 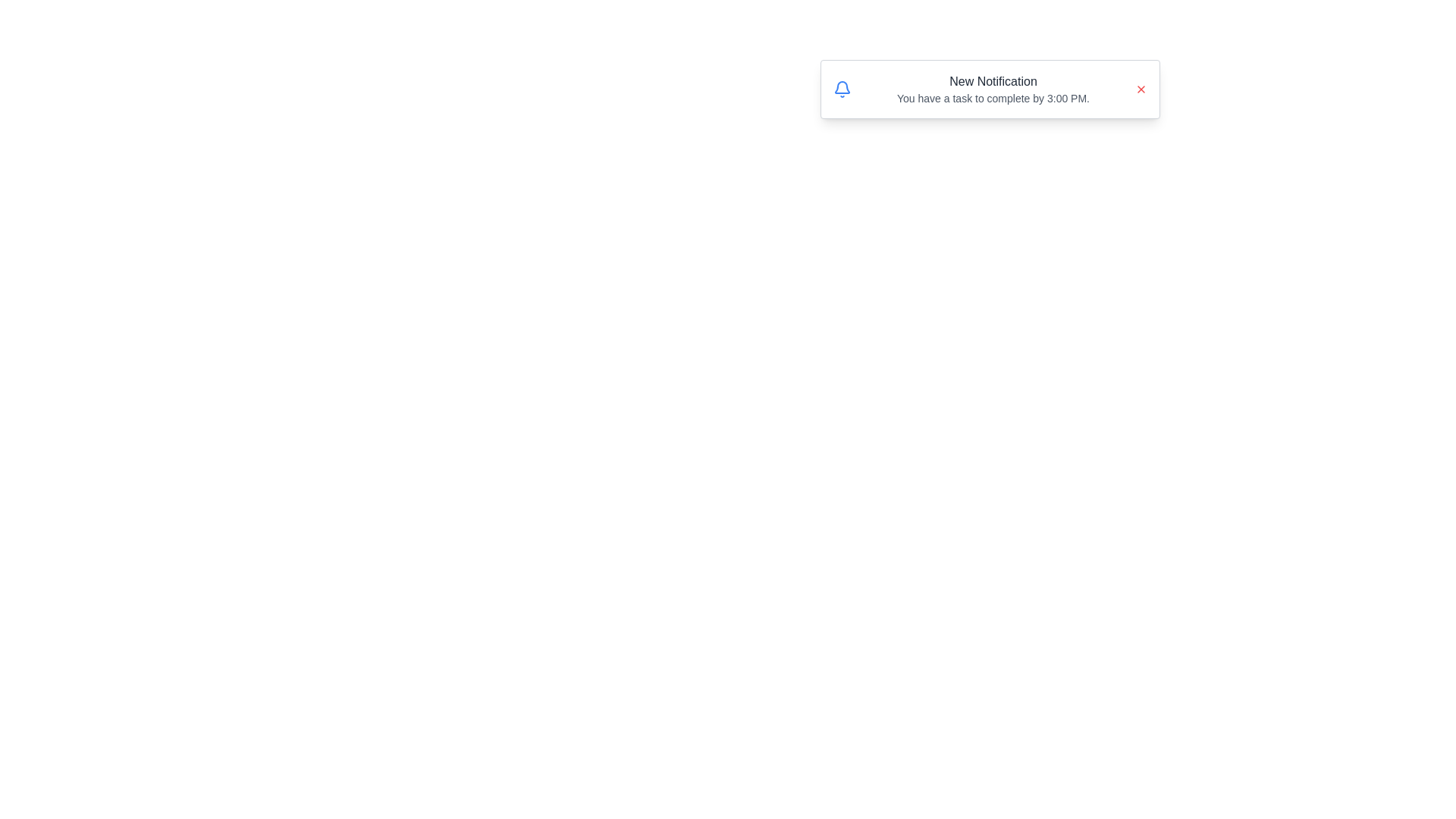 I want to click on text of the static textual label that serves as the title for the notification card, centrally aligned in the title area, so click(x=993, y=82).